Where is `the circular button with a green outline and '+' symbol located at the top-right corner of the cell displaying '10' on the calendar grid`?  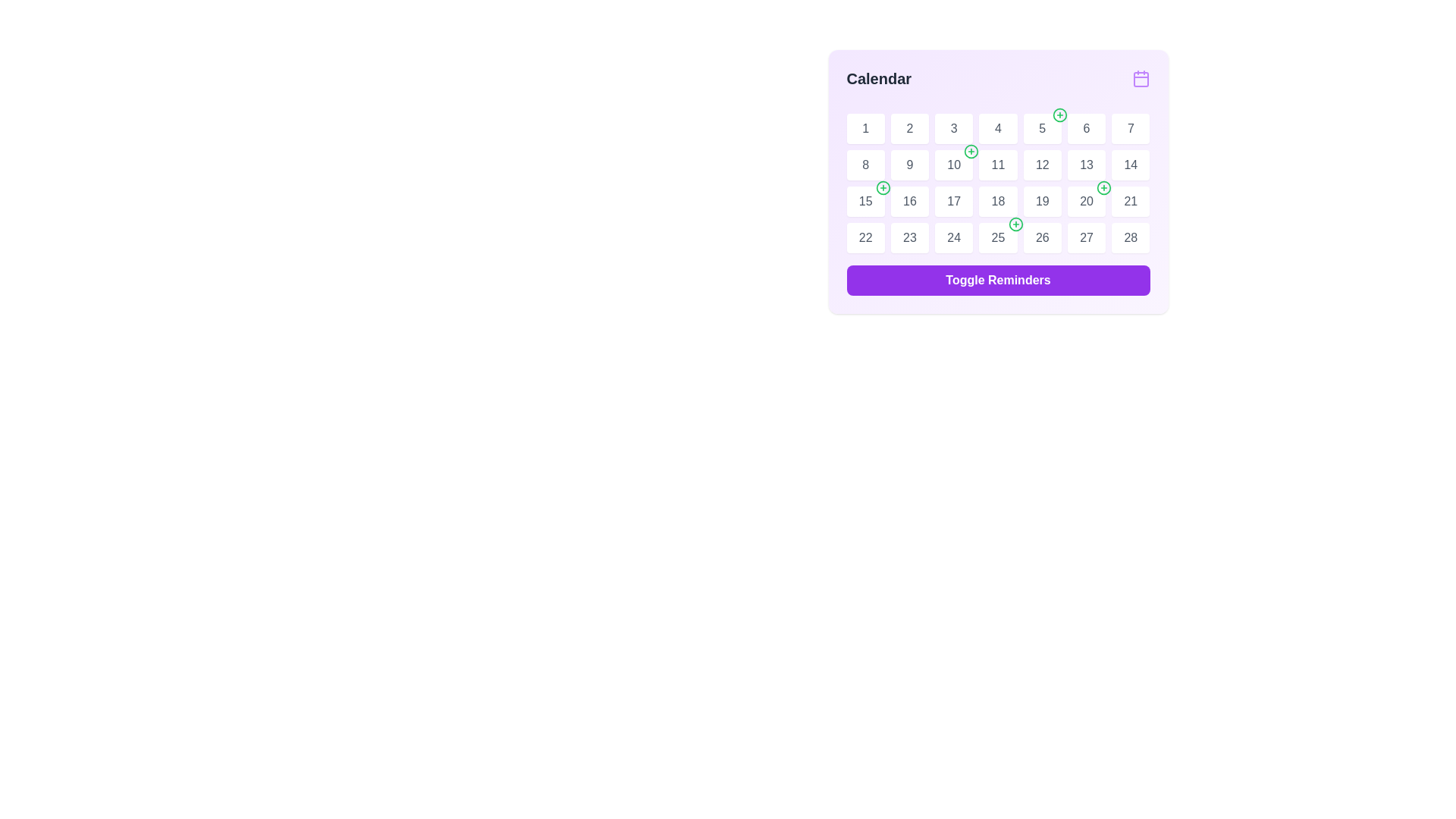 the circular button with a green outline and '+' symbol located at the top-right corner of the cell displaying '10' on the calendar grid is located at coordinates (971, 152).